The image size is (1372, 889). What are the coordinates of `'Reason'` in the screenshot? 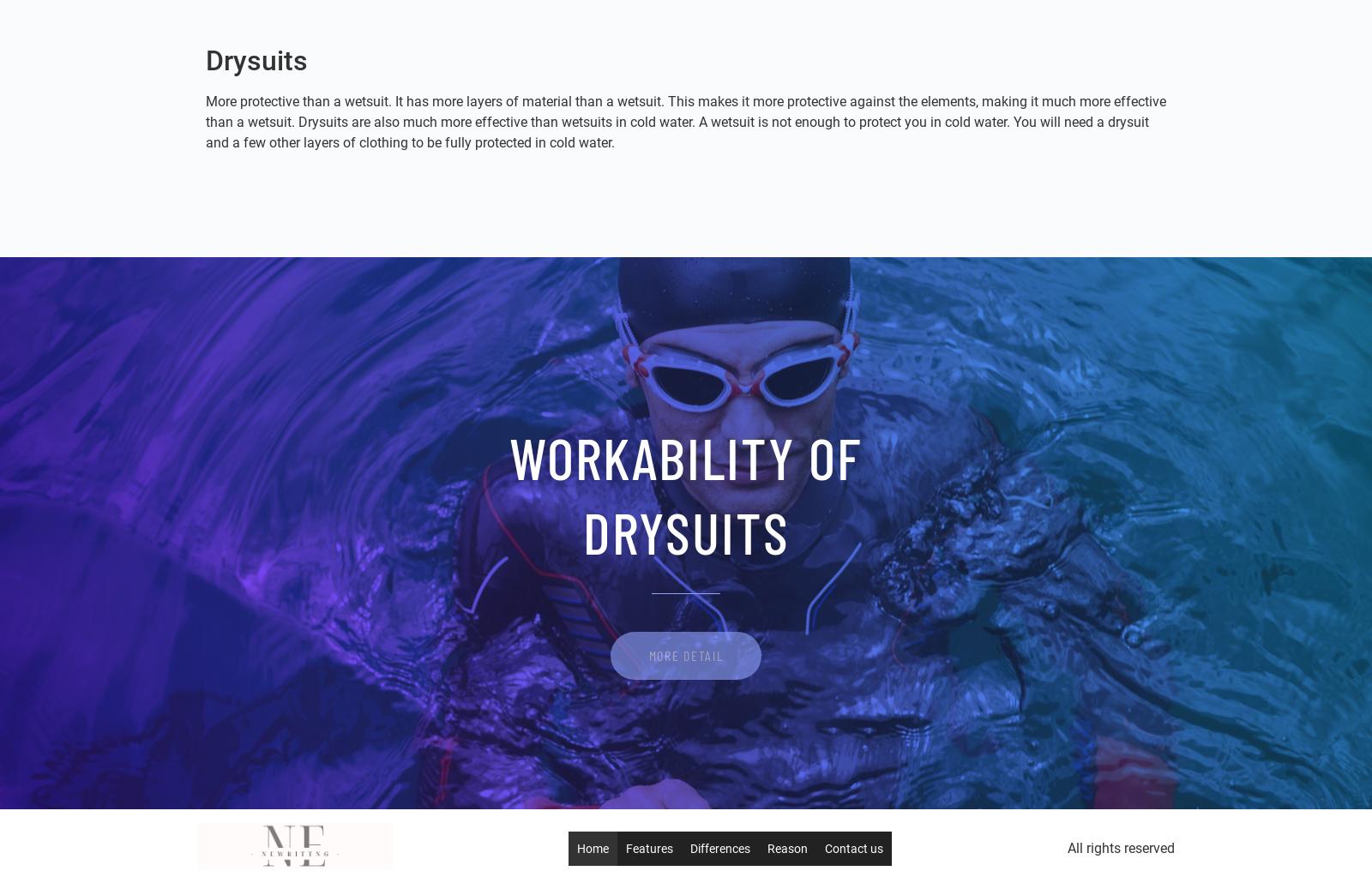 It's located at (786, 849).